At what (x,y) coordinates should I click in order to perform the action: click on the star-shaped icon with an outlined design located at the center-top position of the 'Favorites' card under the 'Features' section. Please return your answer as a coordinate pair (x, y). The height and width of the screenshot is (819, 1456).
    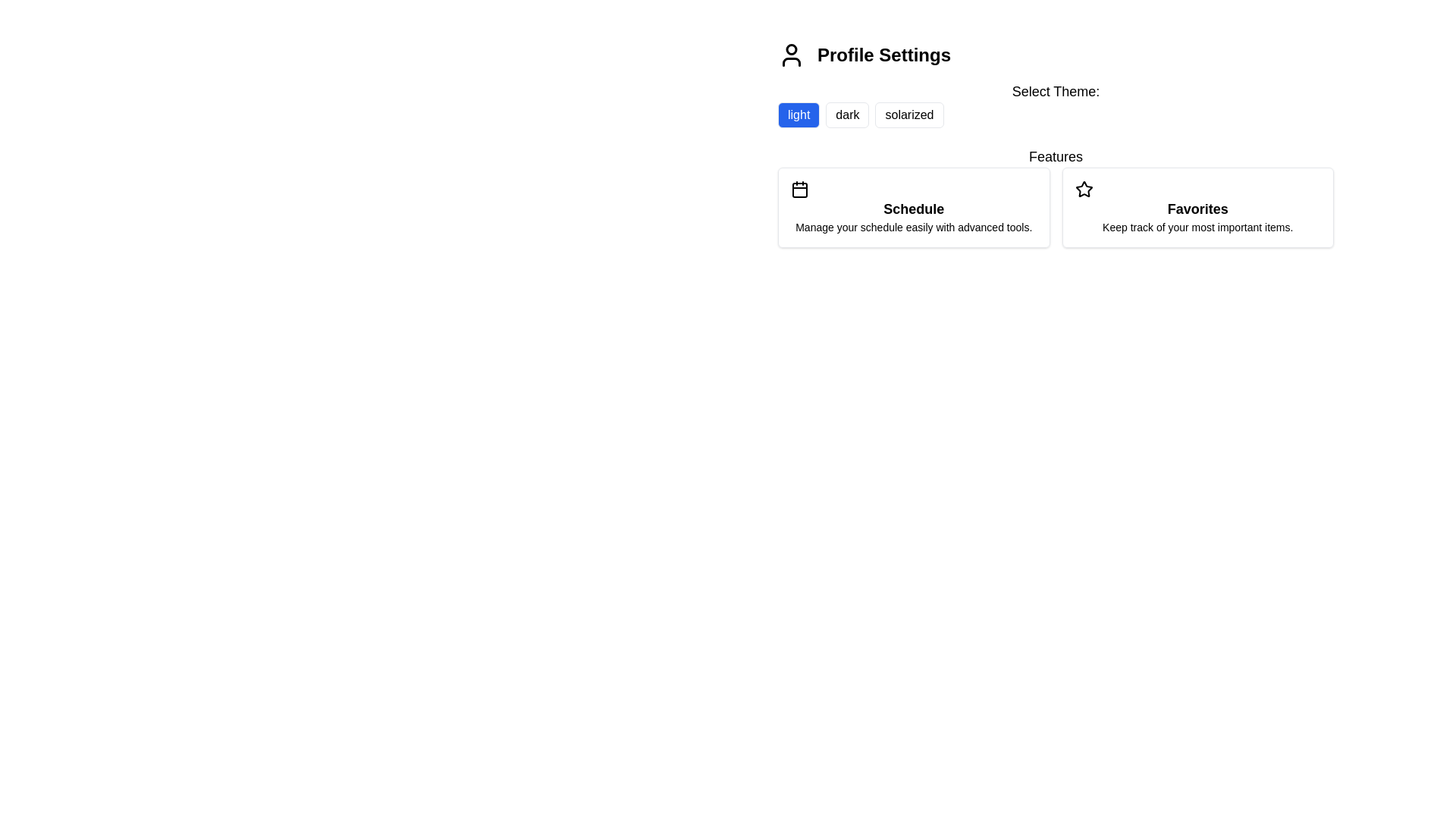
    Looking at the image, I should click on (1083, 188).